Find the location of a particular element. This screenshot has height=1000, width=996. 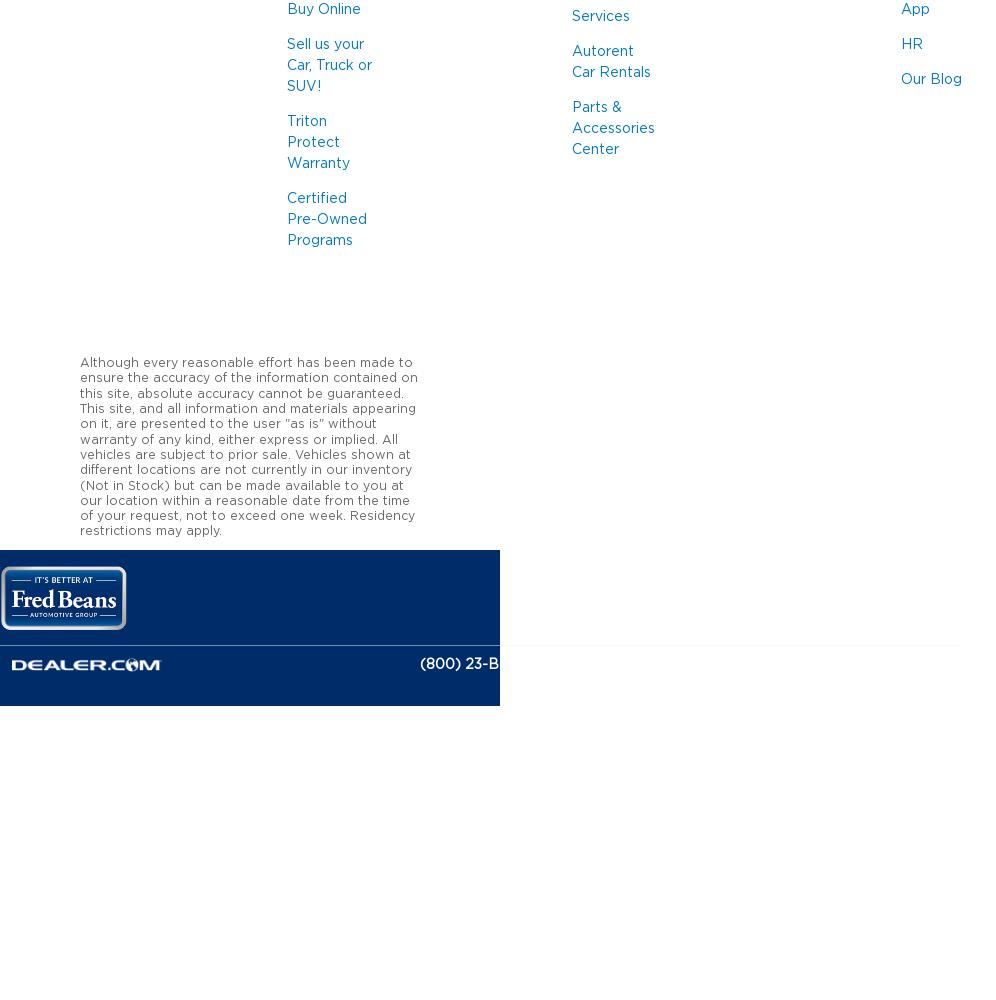

'Autorent Car Rentals' is located at coordinates (611, 62).